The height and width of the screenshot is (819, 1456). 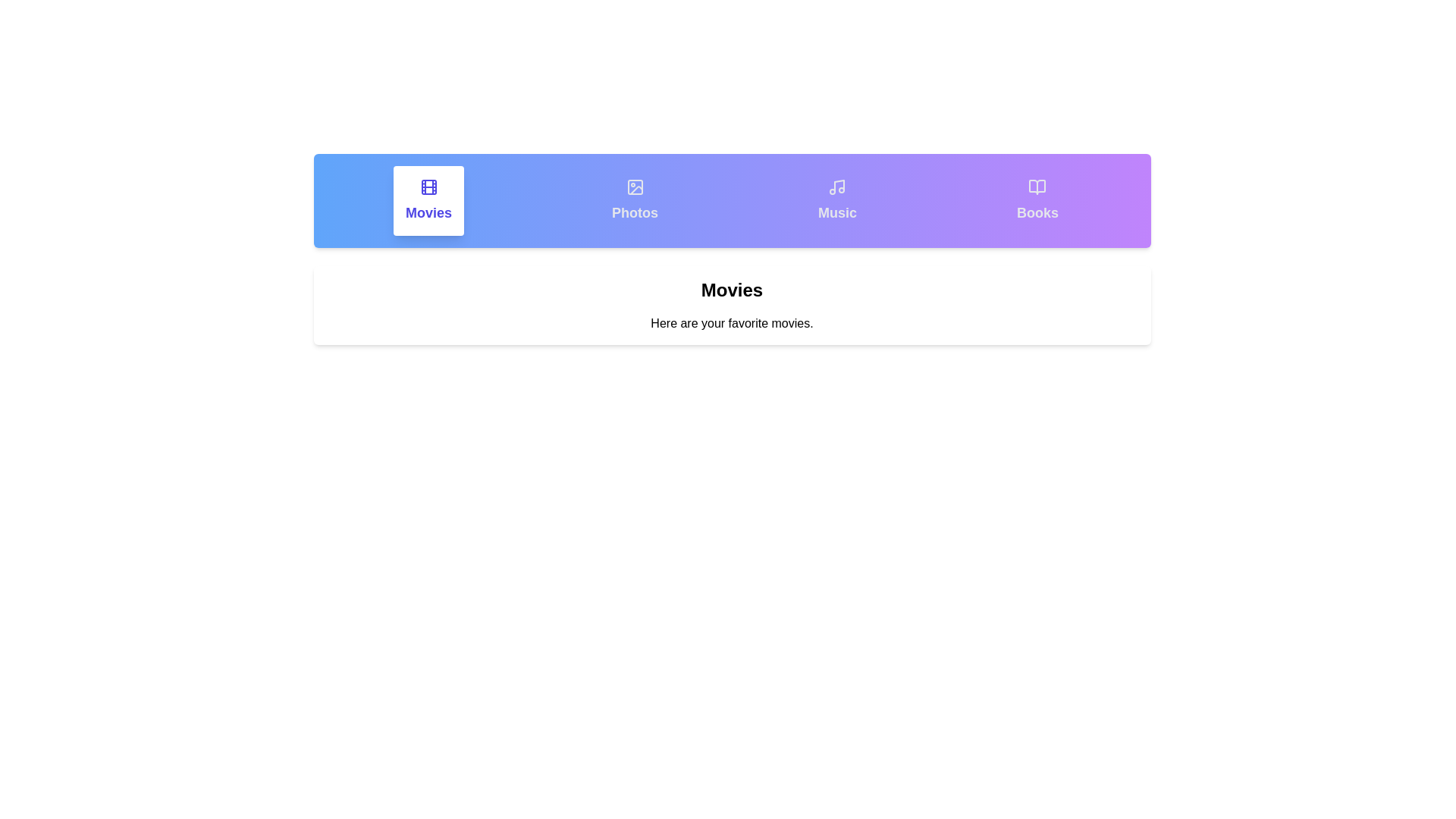 What do you see at coordinates (428, 200) in the screenshot?
I see `the Movies tab to view its hover effects` at bounding box center [428, 200].